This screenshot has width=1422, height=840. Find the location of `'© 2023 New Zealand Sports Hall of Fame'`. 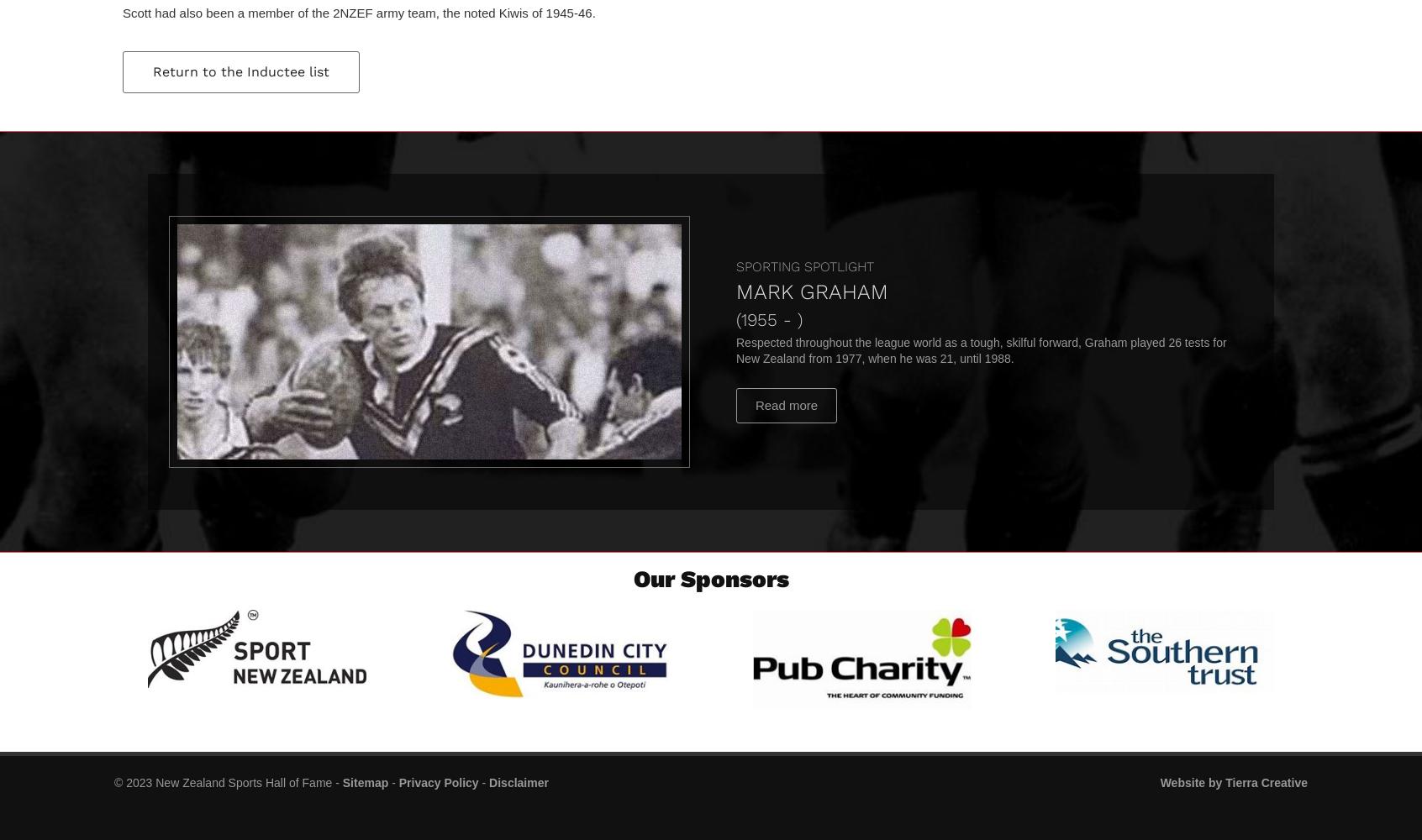

'© 2023 New Zealand Sports Hall of Fame' is located at coordinates (223, 782).